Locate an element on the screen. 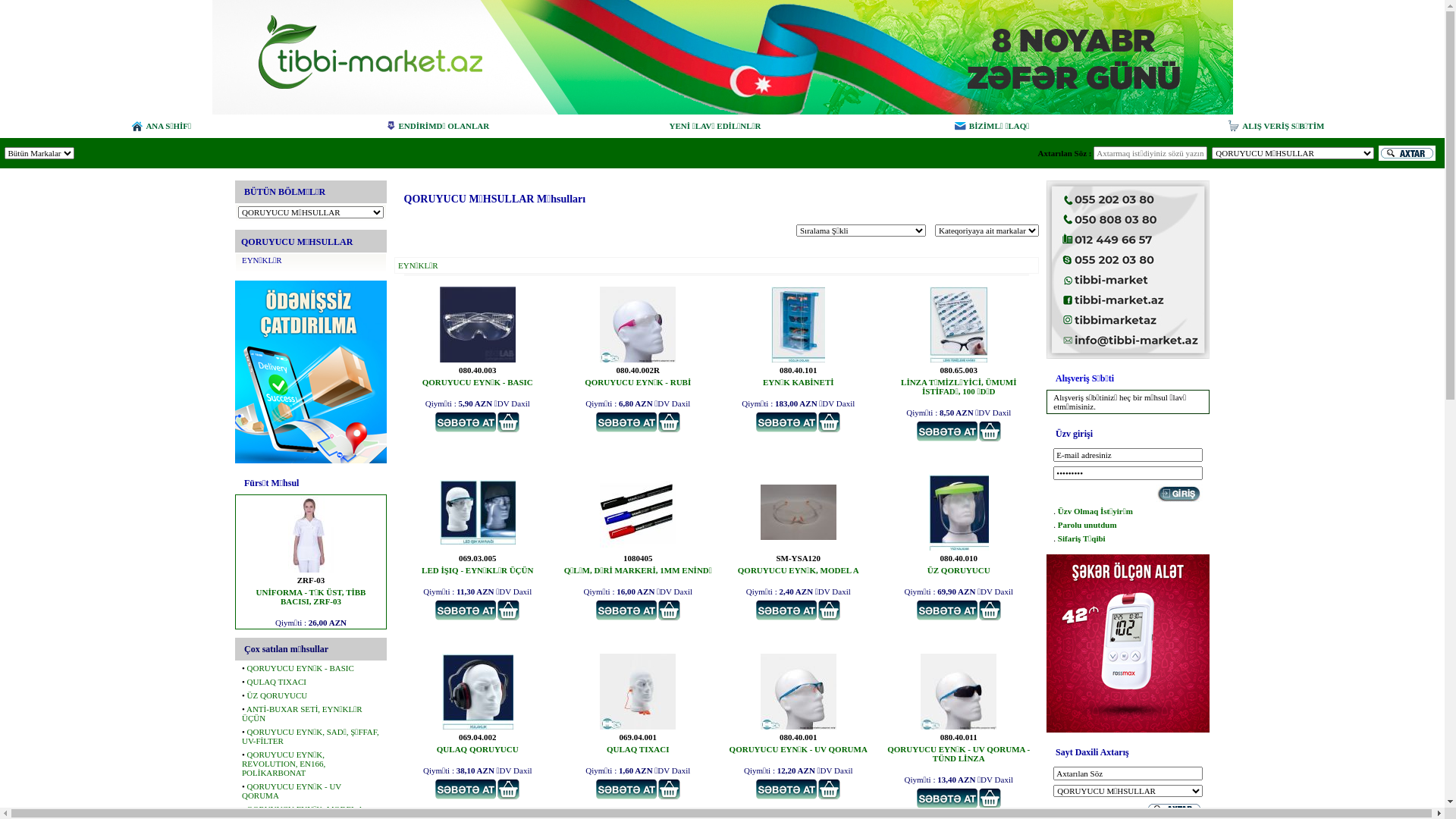  'QULAQ QORUYUCU' is located at coordinates (476, 748).